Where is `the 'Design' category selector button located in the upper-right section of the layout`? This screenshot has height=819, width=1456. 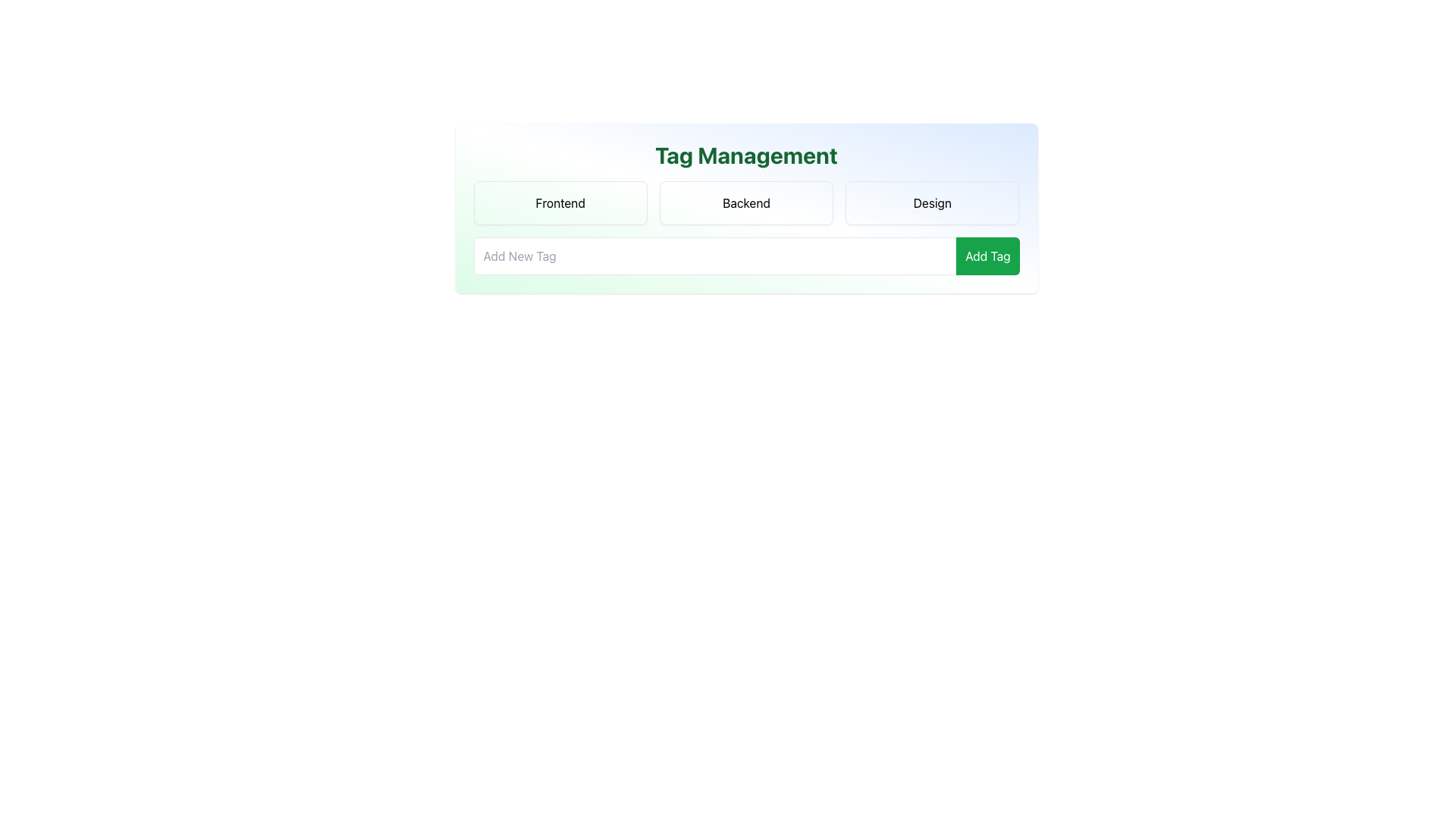
the 'Design' category selector button located in the upper-right section of the layout is located at coordinates (931, 202).